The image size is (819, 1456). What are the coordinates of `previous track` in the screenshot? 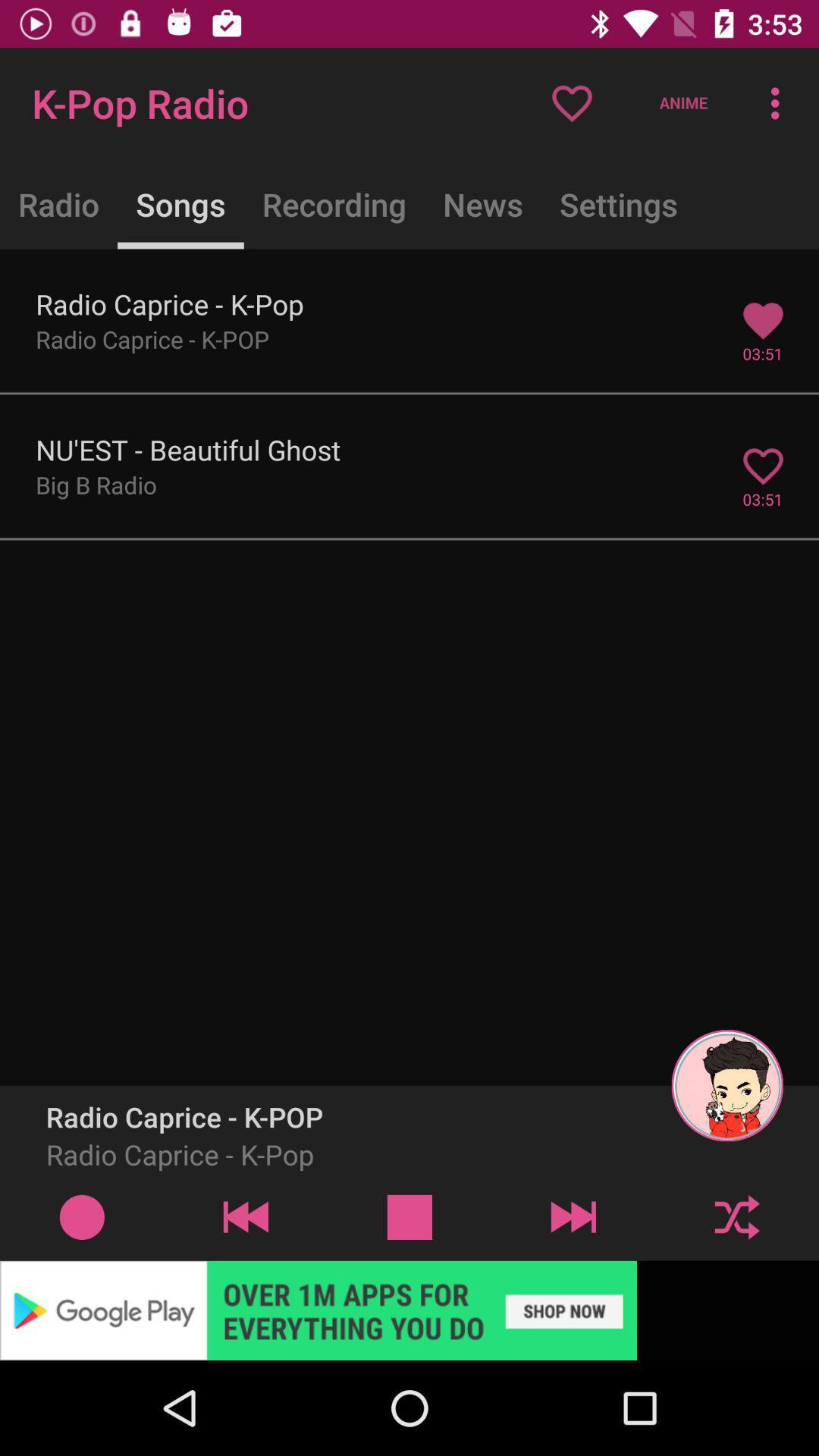 It's located at (245, 1216).